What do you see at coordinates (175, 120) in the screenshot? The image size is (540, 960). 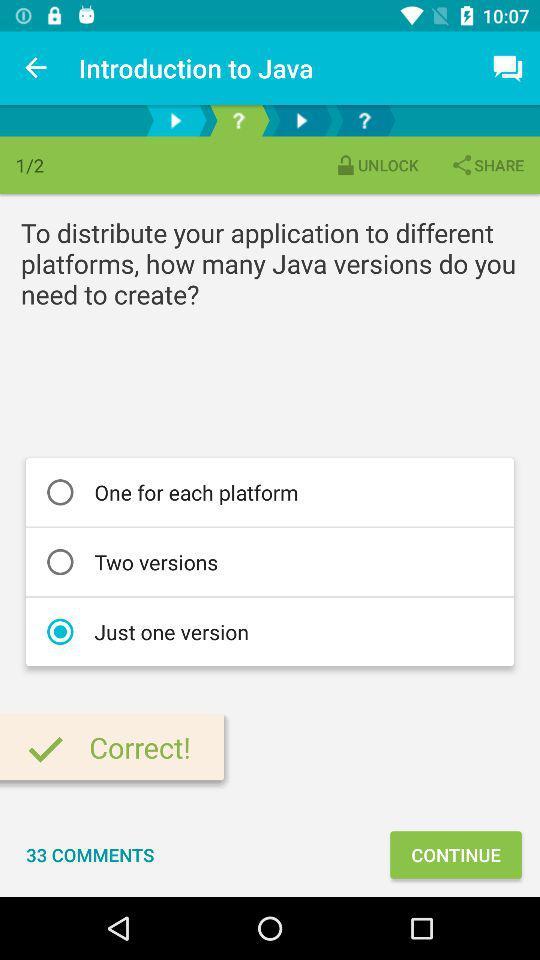 I see `advance to next page` at bounding box center [175, 120].